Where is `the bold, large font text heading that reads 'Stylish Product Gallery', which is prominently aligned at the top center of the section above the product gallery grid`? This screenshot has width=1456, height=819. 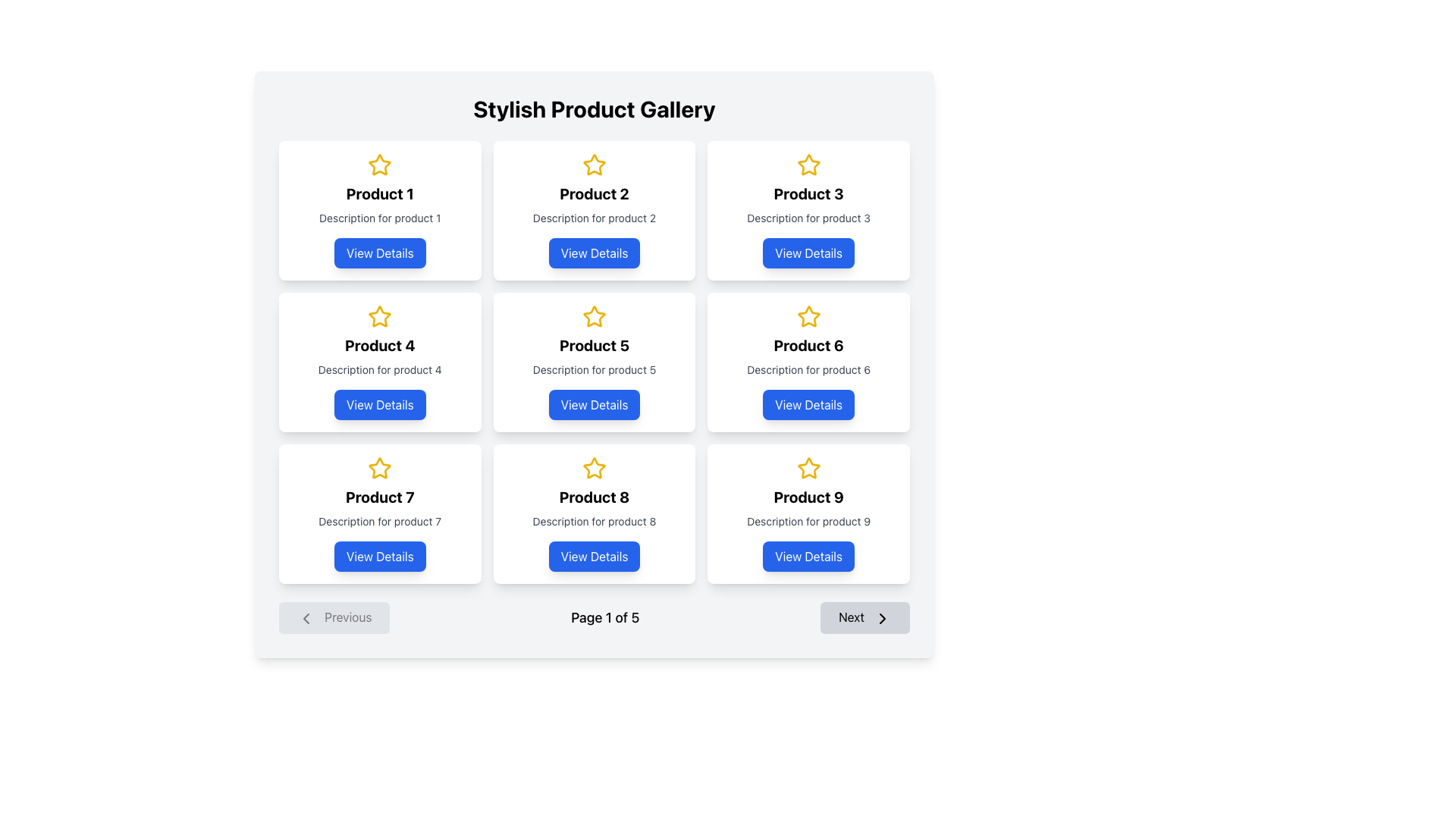 the bold, large font text heading that reads 'Stylish Product Gallery', which is prominently aligned at the top center of the section above the product gallery grid is located at coordinates (593, 108).